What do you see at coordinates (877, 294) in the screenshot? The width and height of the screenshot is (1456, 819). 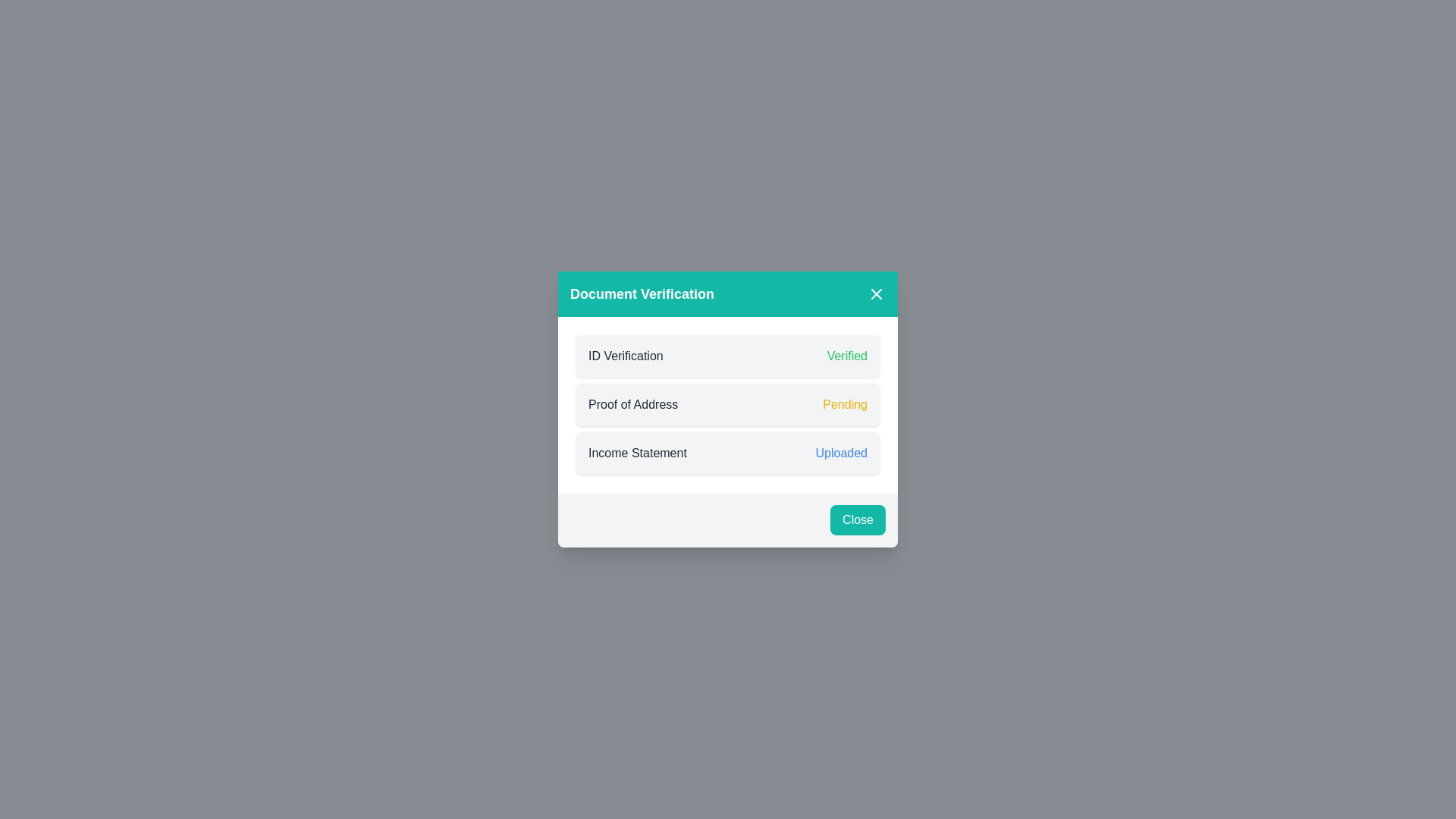 I see `the close button located in the top-right corner of the teal-colored header of the modal, next to the text 'Document Verification'` at bounding box center [877, 294].